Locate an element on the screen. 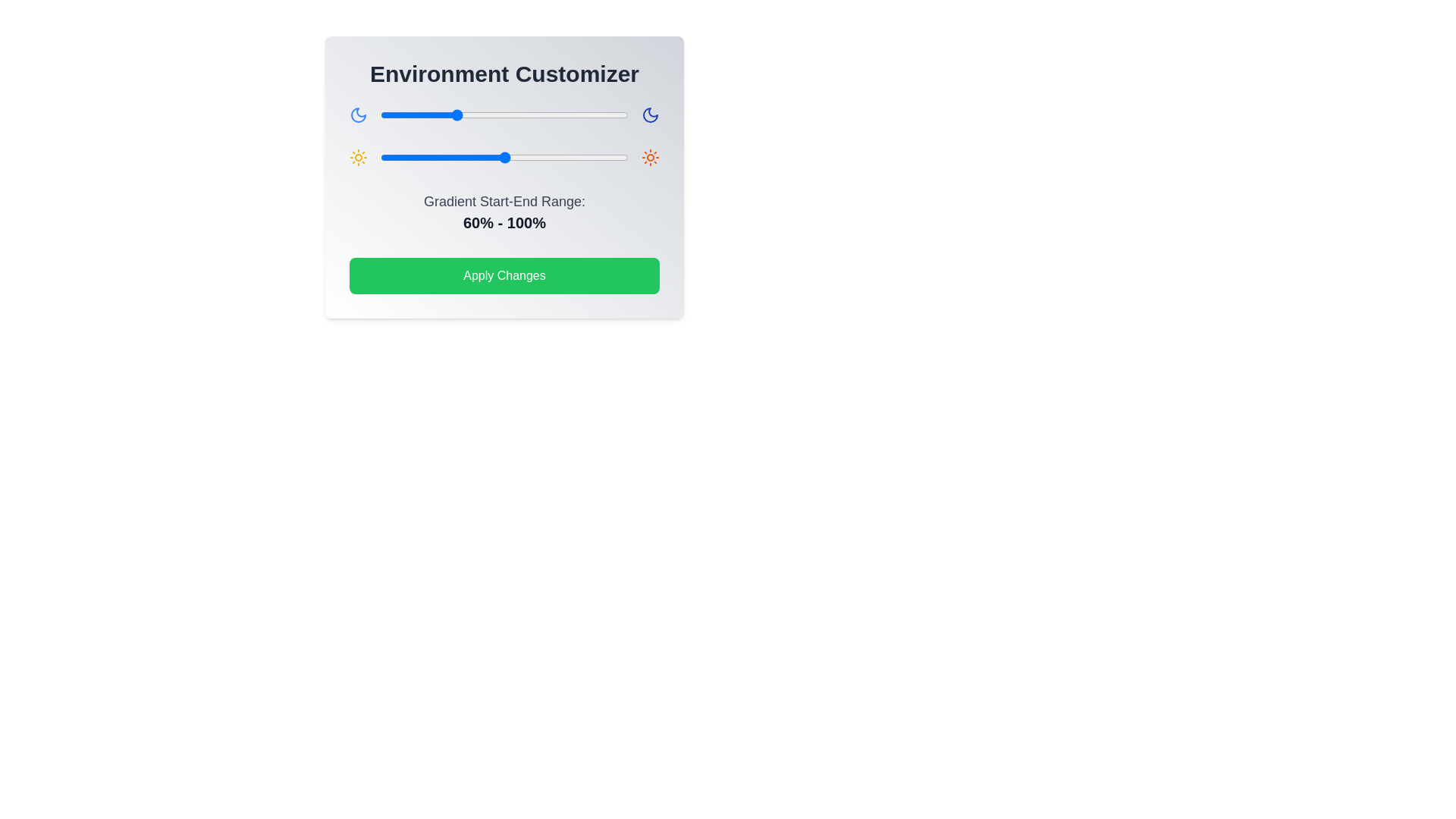 This screenshot has width=1456, height=819. the gradient slider 0 to 149 is located at coordinates (564, 114).